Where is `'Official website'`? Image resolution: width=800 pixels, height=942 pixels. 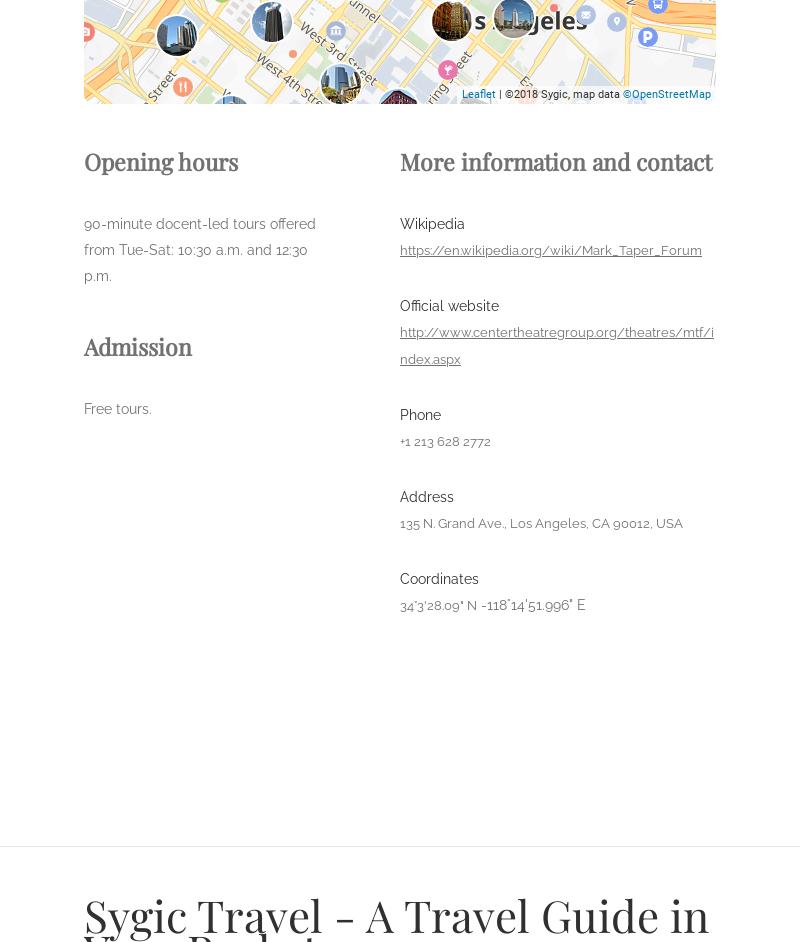 'Official website' is located at coordinates (448, 305).